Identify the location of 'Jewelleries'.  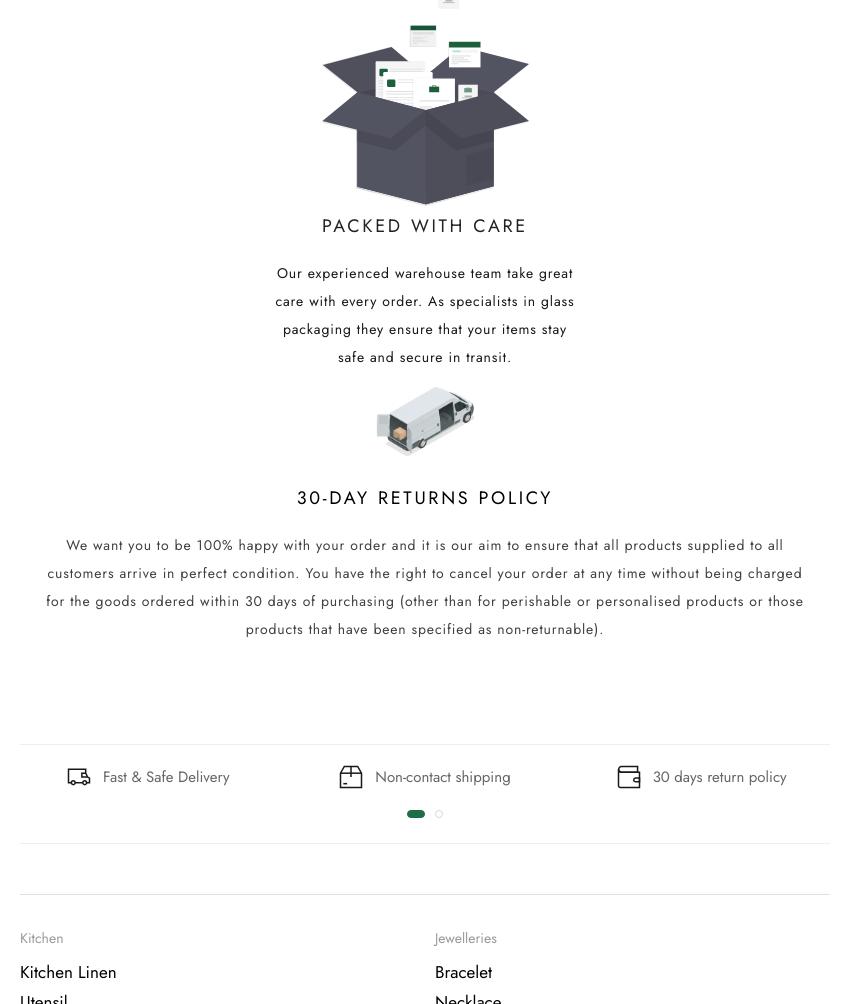
(464, 938).